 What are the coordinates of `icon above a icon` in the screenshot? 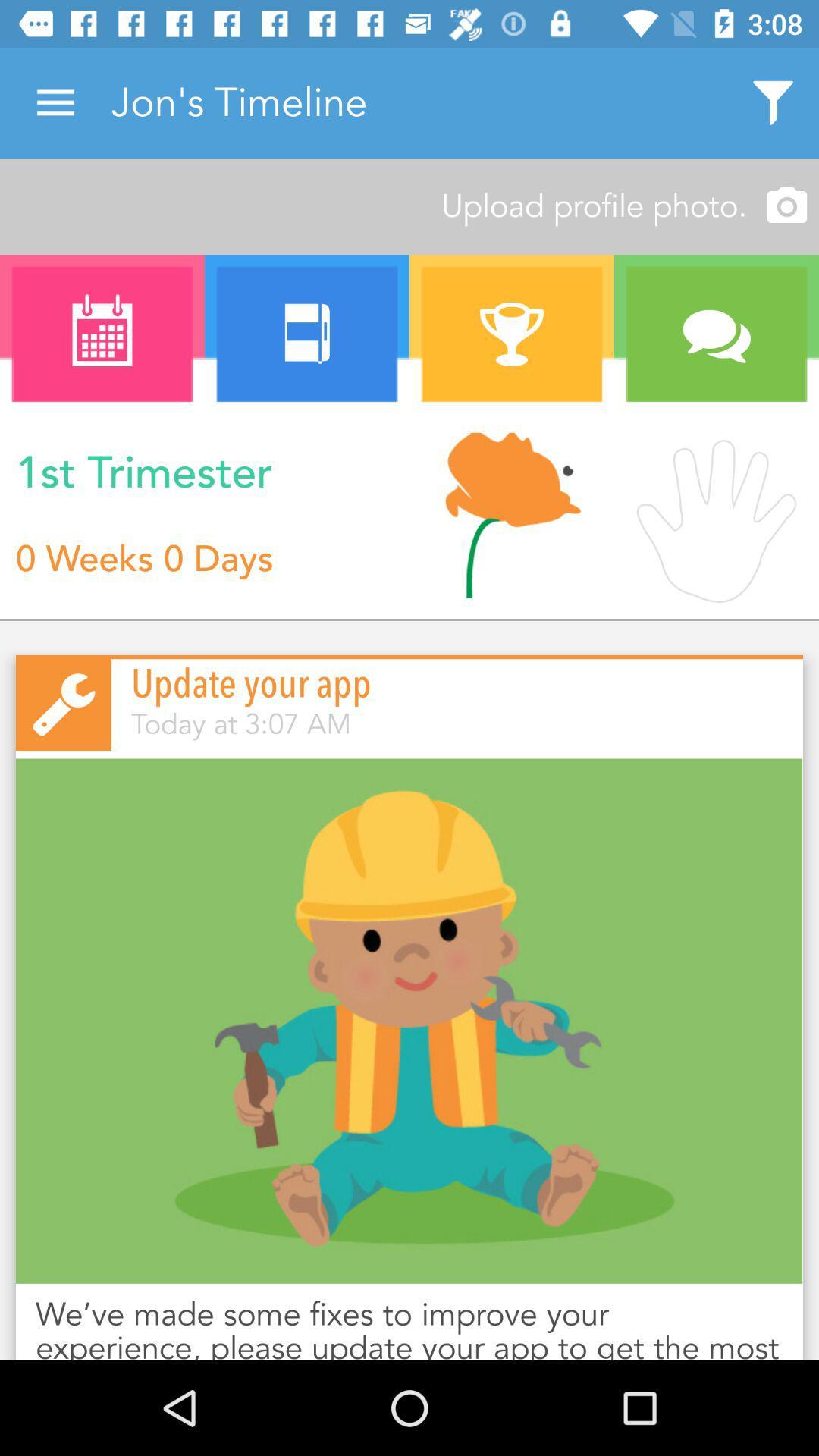 It's located at (409, 206).